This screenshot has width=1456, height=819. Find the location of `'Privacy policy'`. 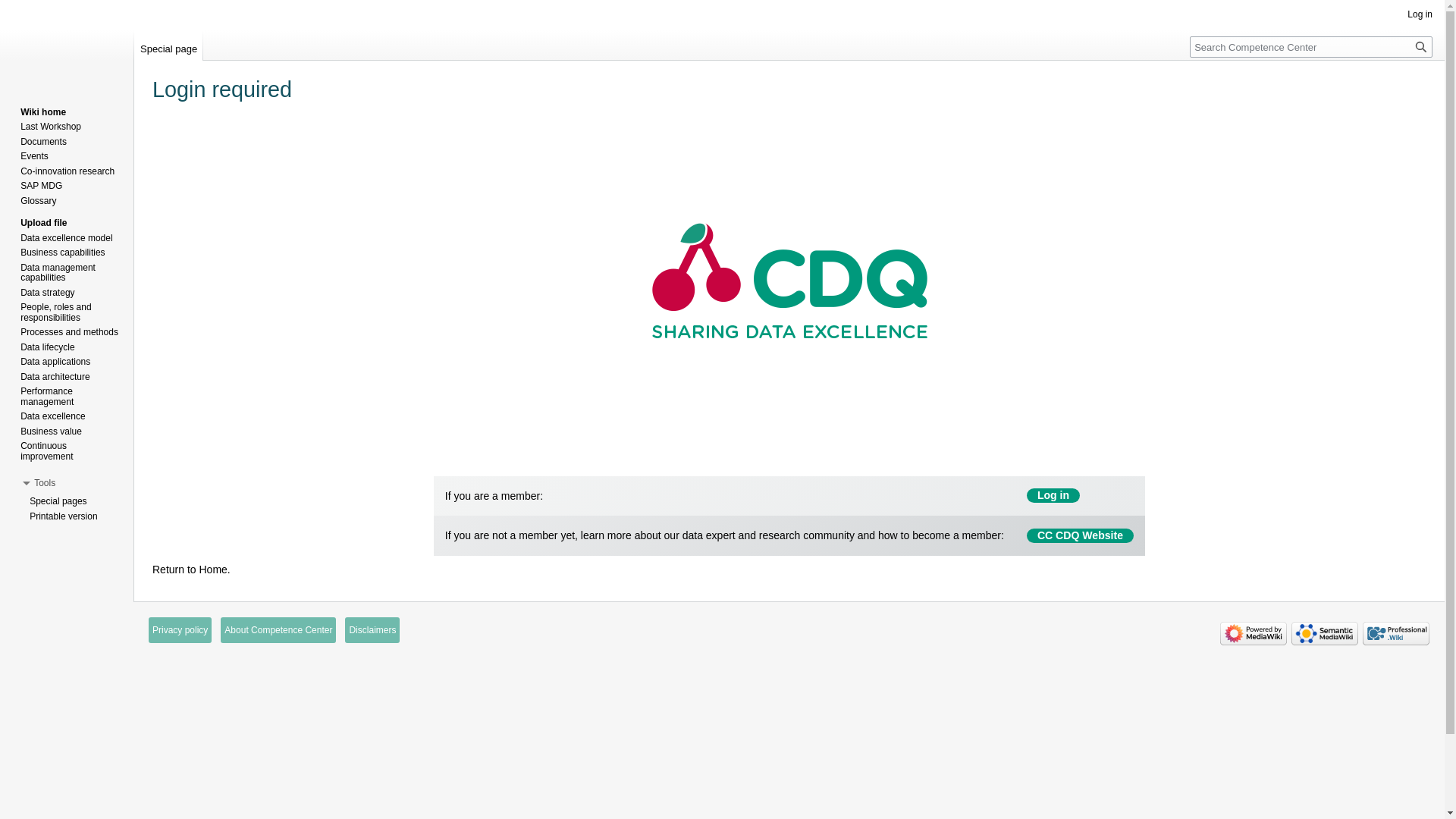

'Privacy policy' is located at coordinates (180, 629).